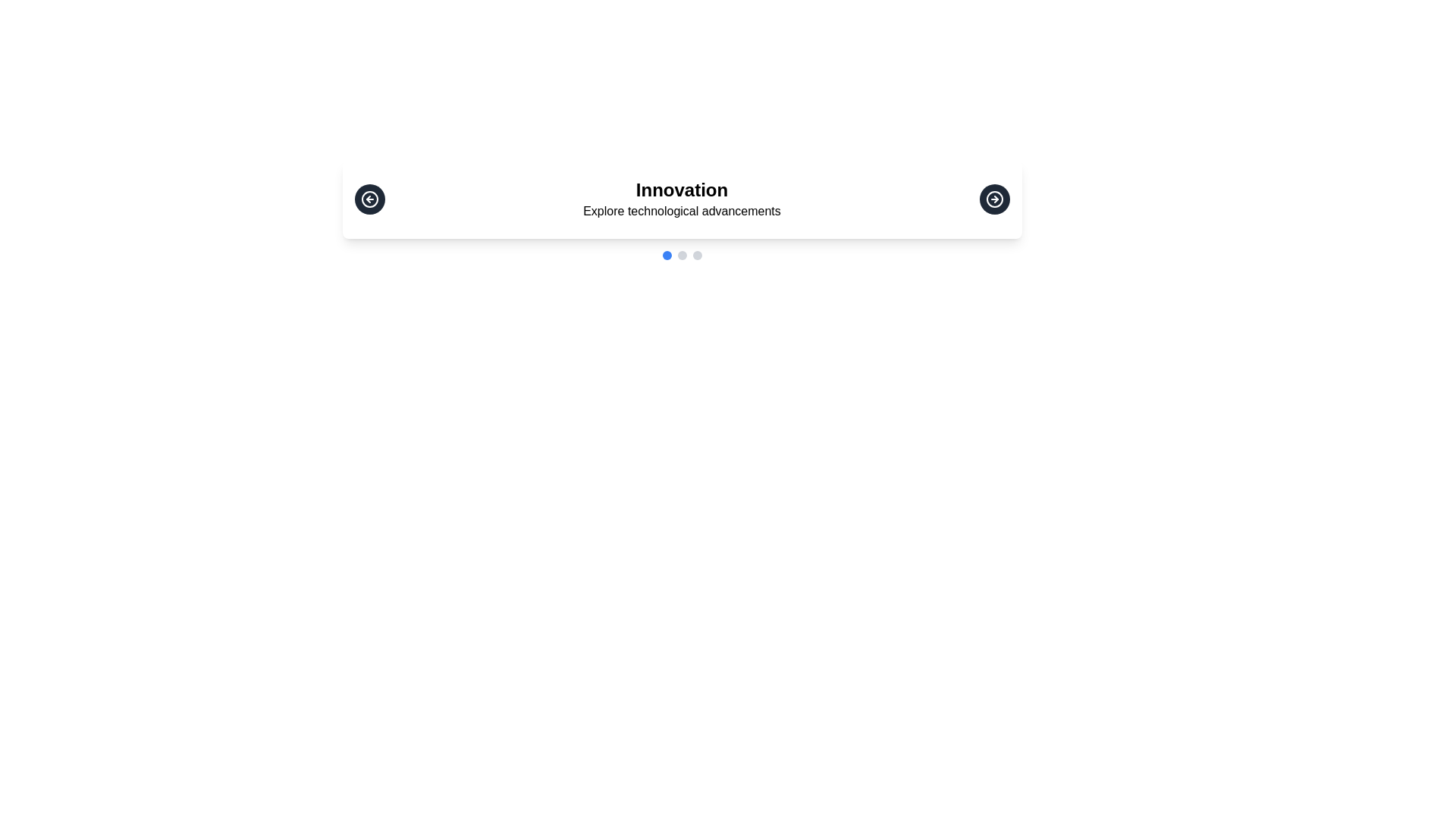  Describe the element at coordinates (994, 198) in the screenshot. I see `the SVG Circle element, which is a circular shape with a stroke and no fill, located within an icon to the right of a card in the UI, near the header containing 'Innovation'` at that location.